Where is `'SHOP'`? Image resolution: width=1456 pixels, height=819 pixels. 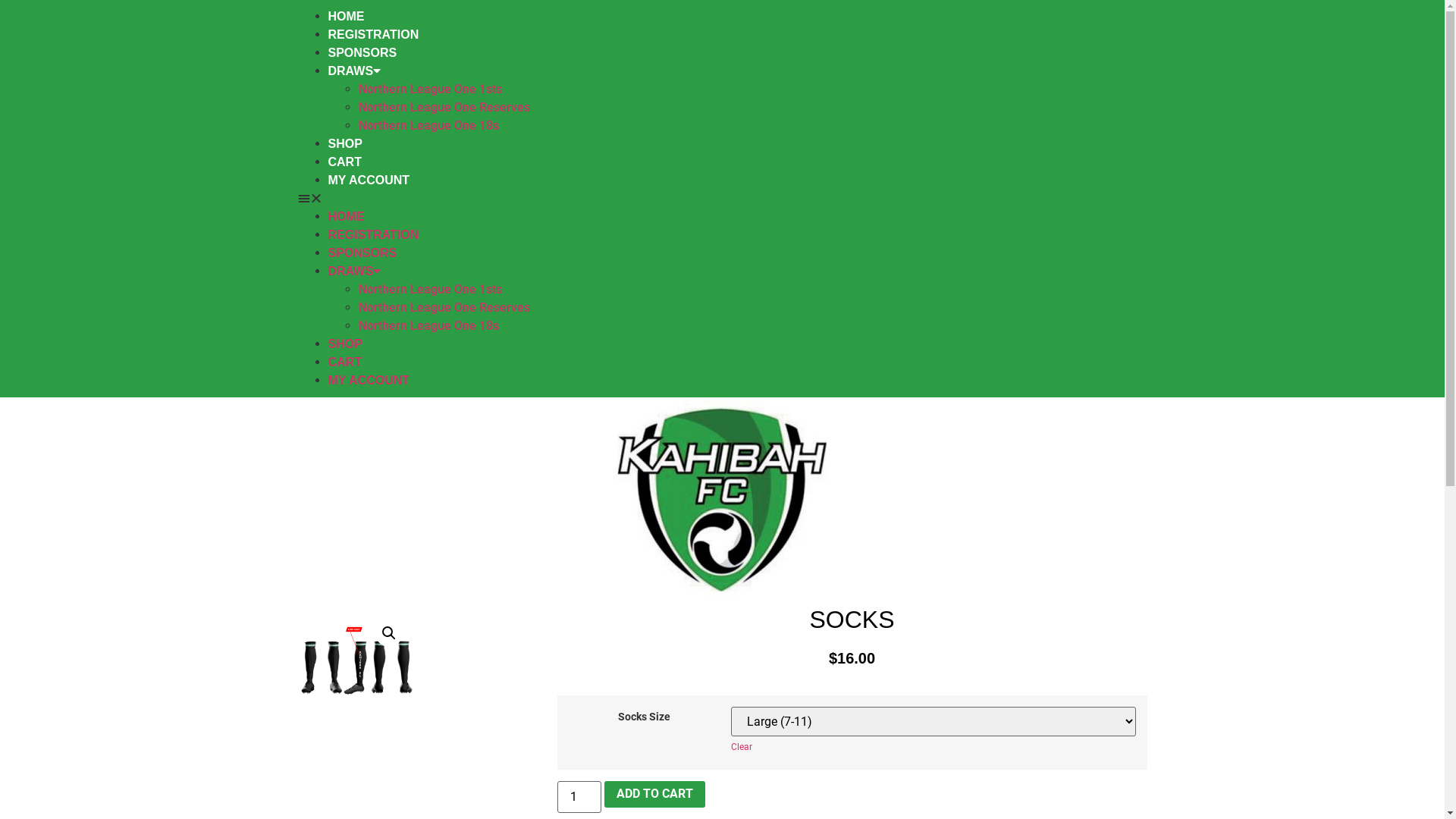
'SHOP' is located at coordinates (344, 344).